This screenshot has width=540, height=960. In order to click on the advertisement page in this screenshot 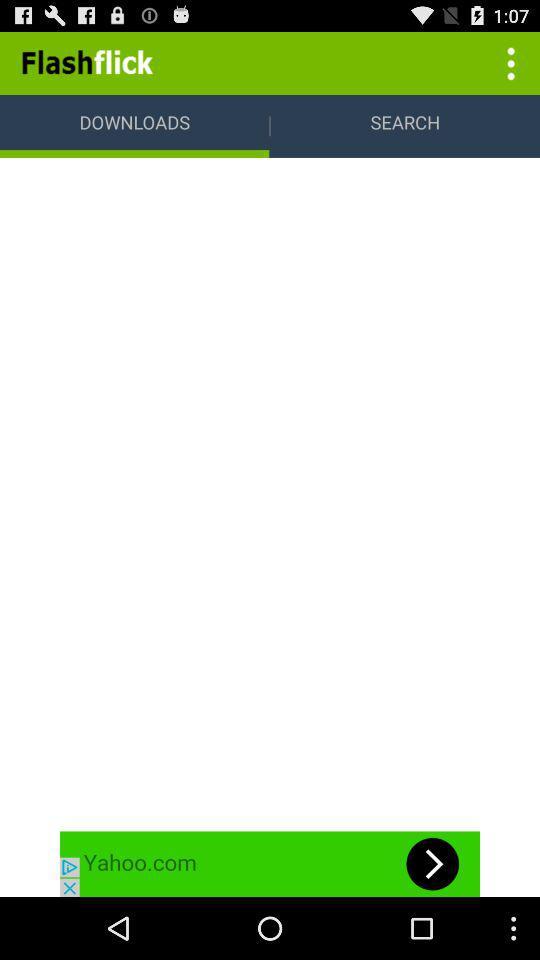, I will do `click(270, 863)`.